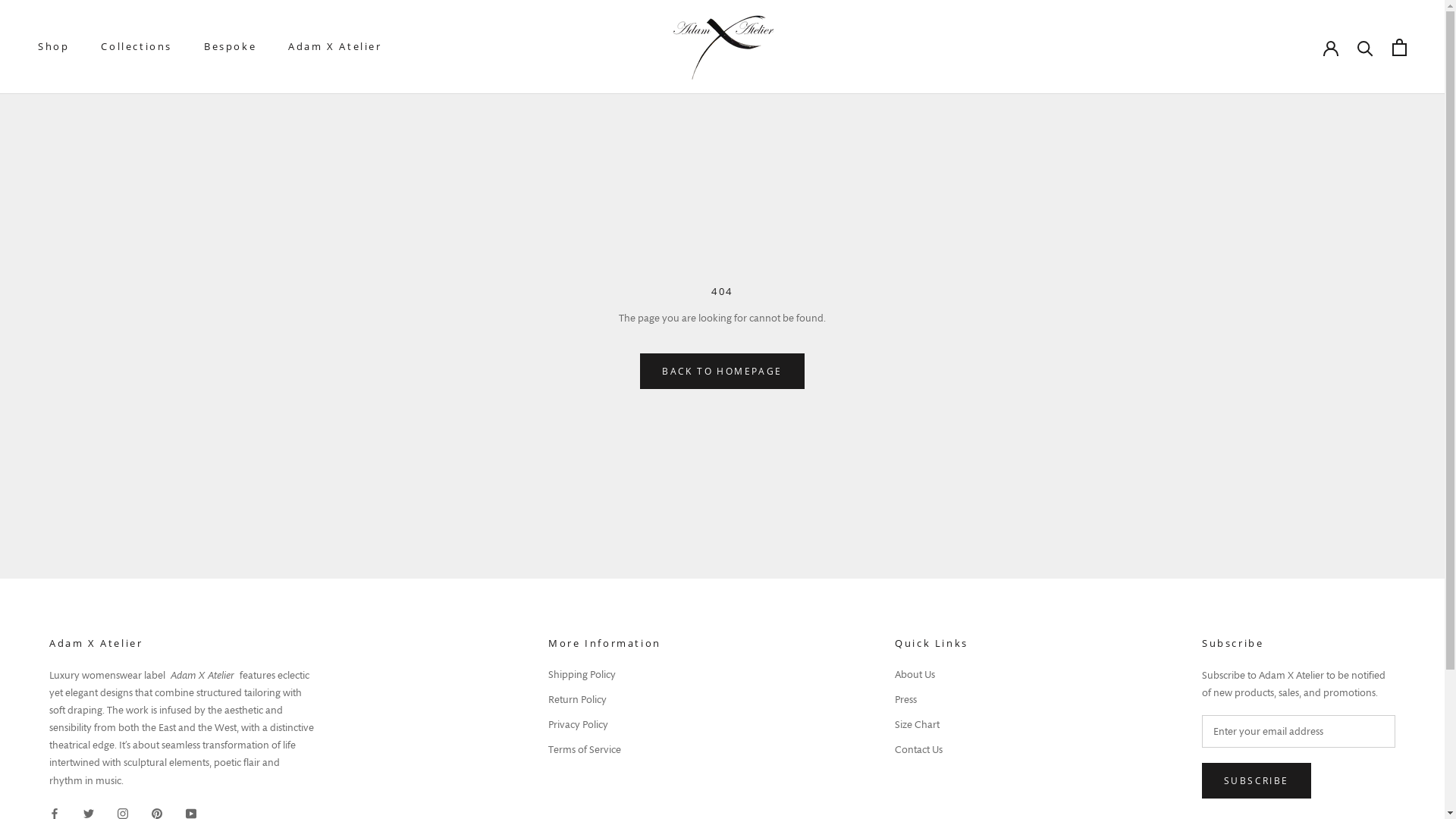 This screenshot has width=1456, height=819. Describe the element at coordinates (136, 45) in the screenshot. I see `'Collections'` at that location.